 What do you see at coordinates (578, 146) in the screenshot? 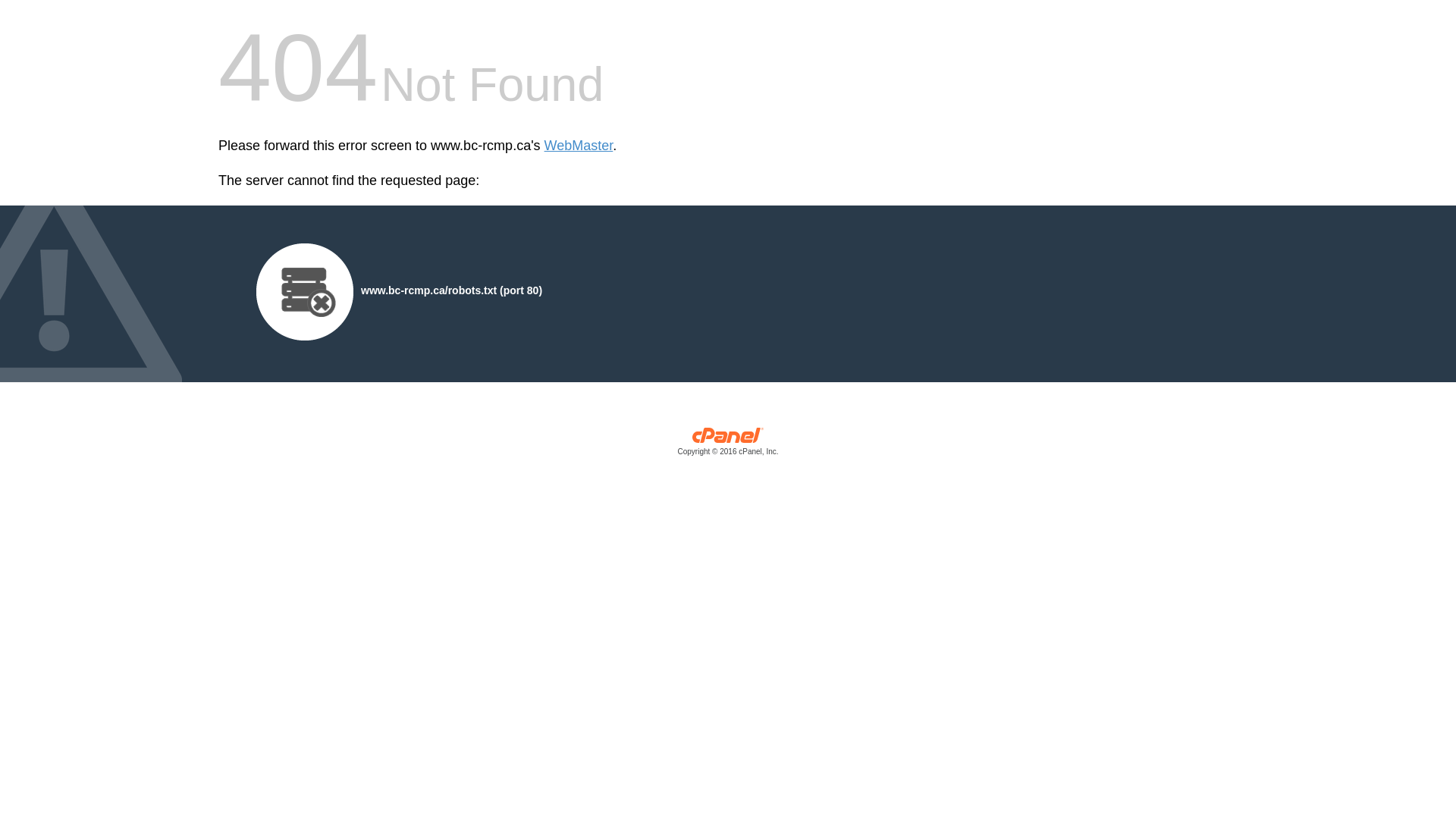
I see `'WebMaster'` at bounding box center [578, 146].